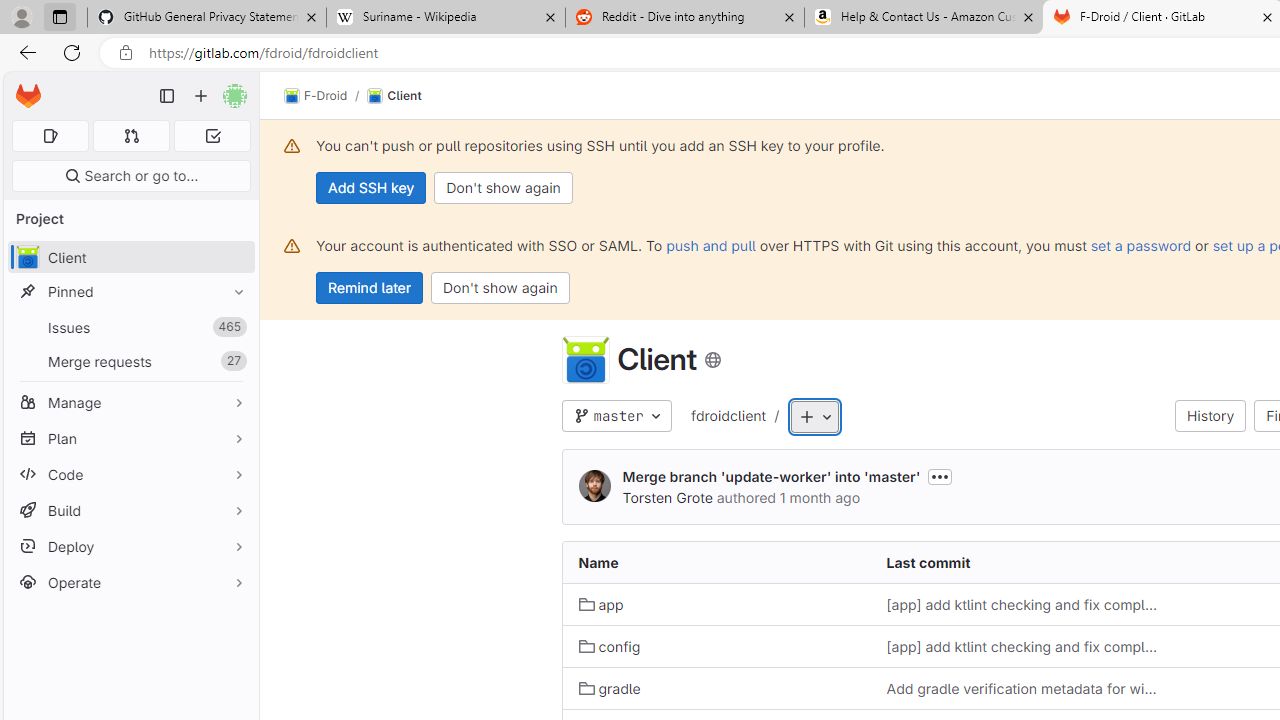 The image size is (1280, 720). What do you see at coordinates (130, 509) in the screenshot?
I see `'Build'` at bounding box center [130, 509].